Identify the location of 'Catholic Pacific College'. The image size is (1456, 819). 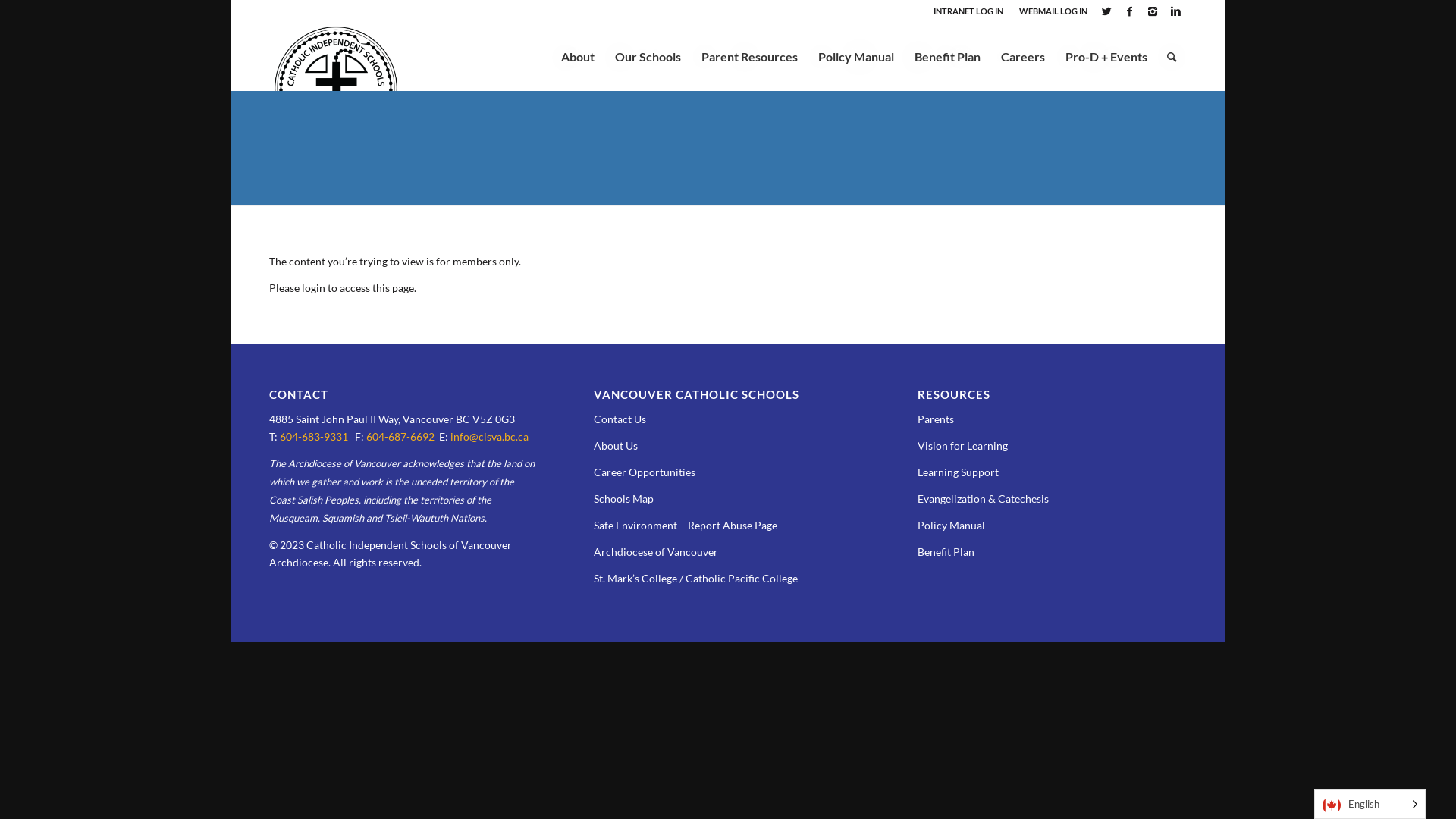
(742, 578).